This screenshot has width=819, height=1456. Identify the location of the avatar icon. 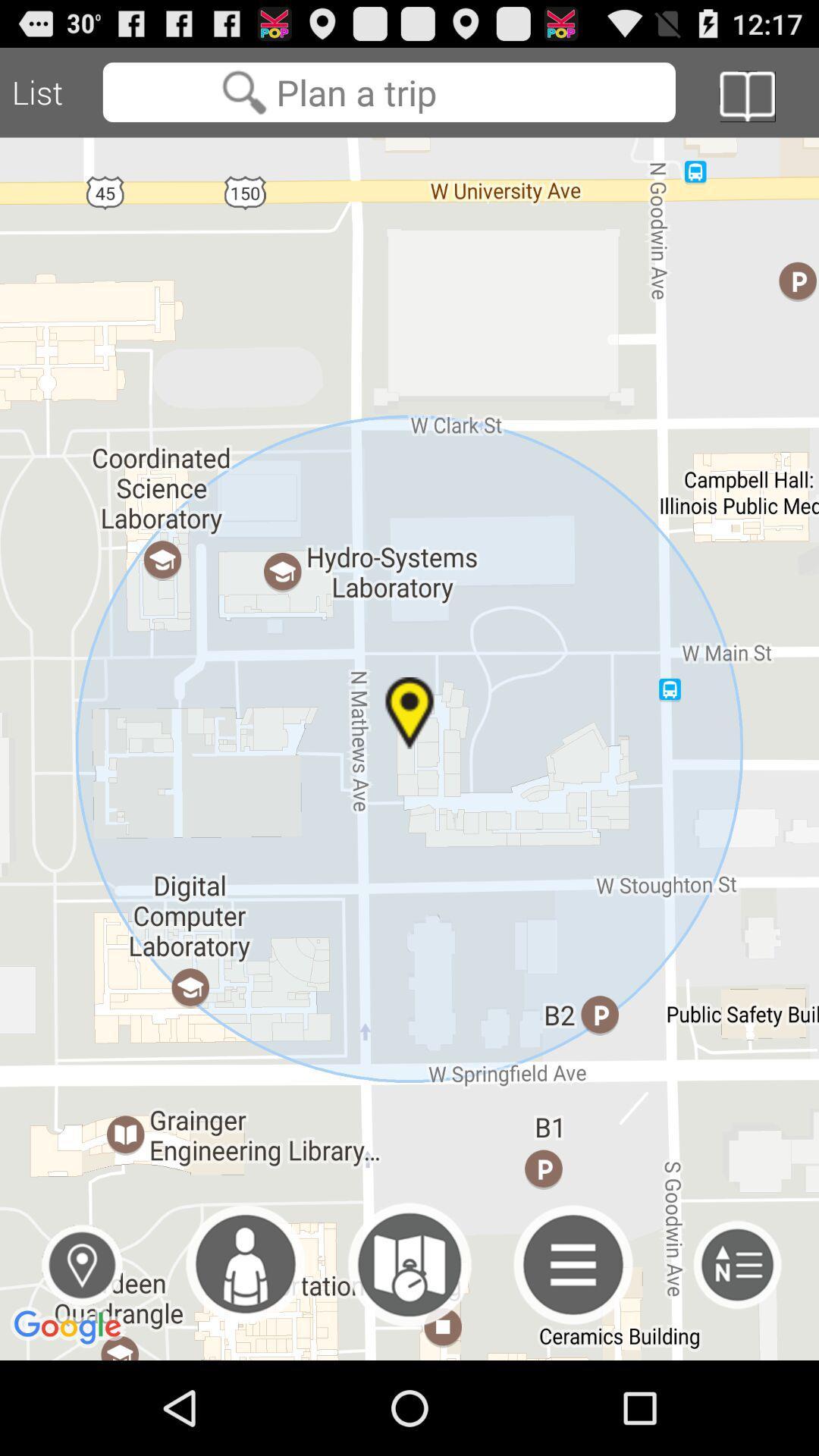
(245, 1354).